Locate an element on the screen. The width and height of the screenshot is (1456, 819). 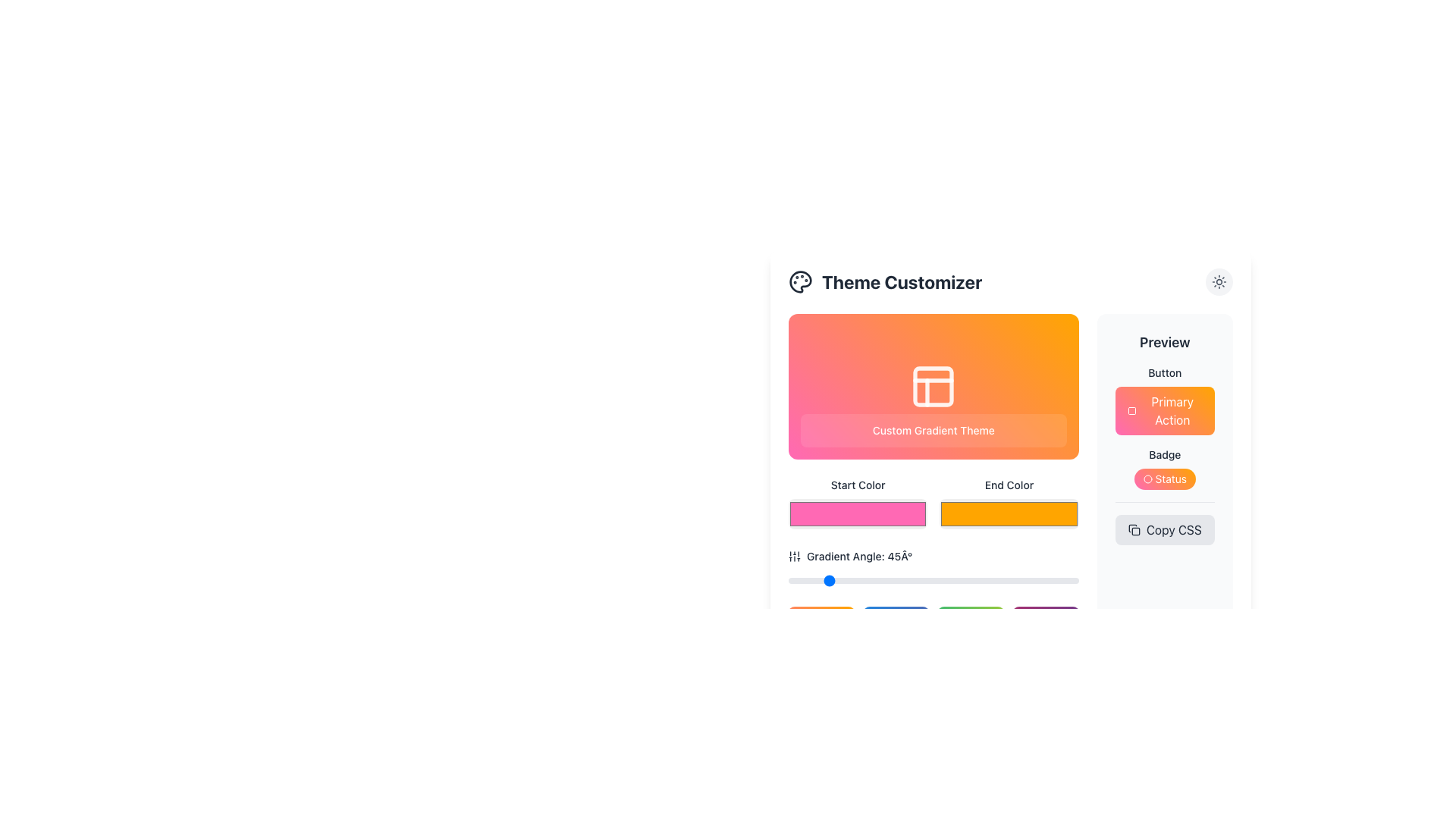
the 'Primary Action' button, which is the first interactive button in the 'Preview' section under the 'Button' heading is located at coordinates (1164, 400).